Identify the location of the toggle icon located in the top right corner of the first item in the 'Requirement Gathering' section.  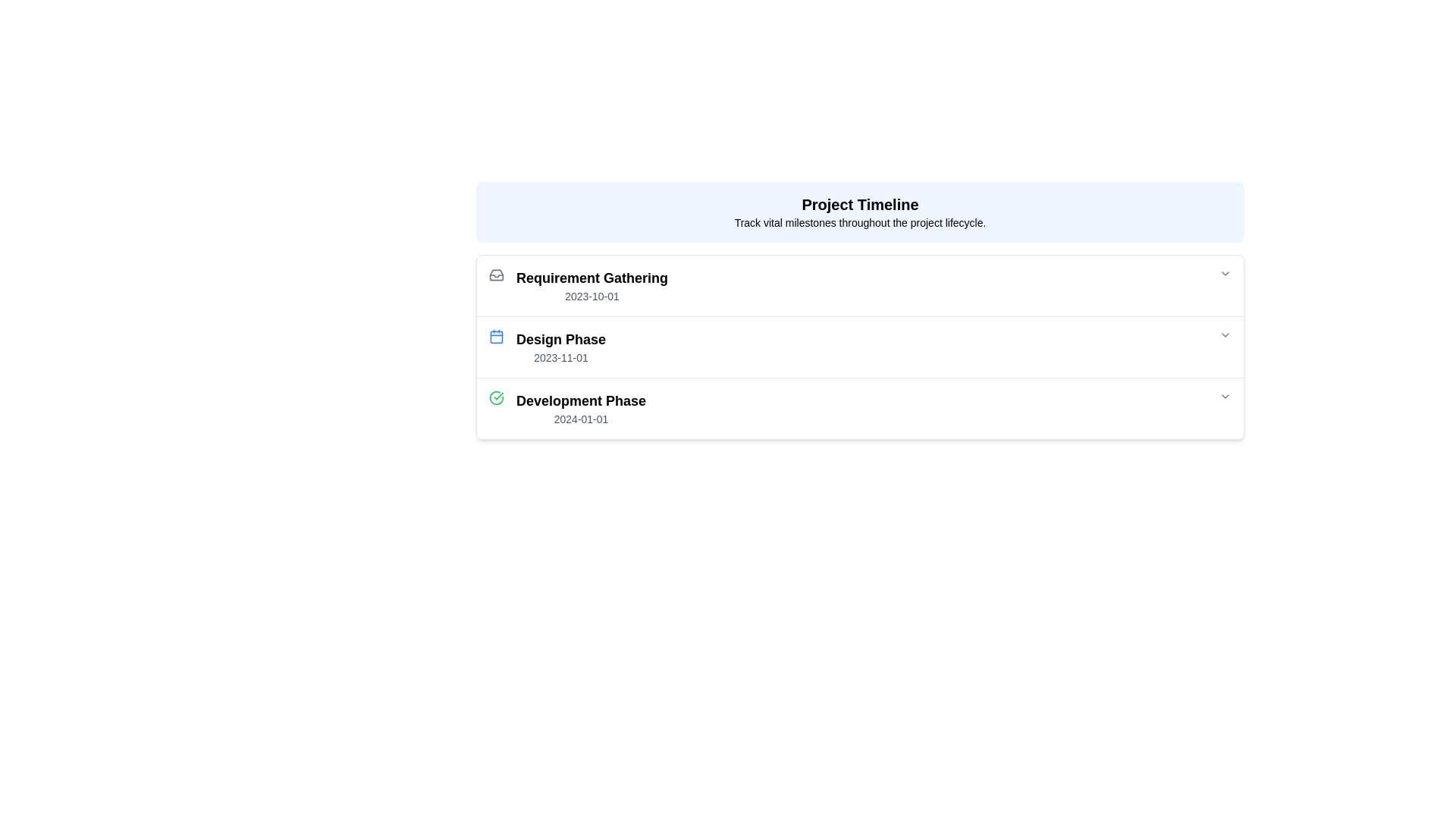
(1225, 274).